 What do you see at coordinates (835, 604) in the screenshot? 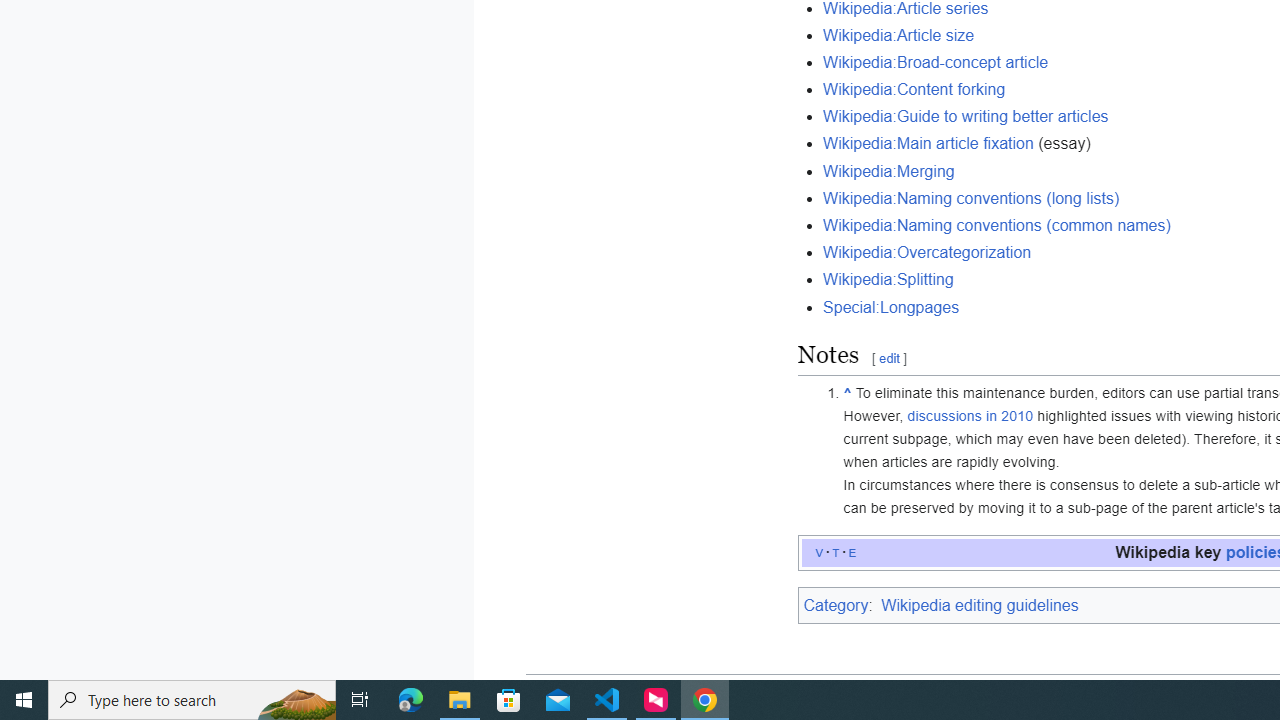
I see `'Category'` at bounding box center [835, 604].